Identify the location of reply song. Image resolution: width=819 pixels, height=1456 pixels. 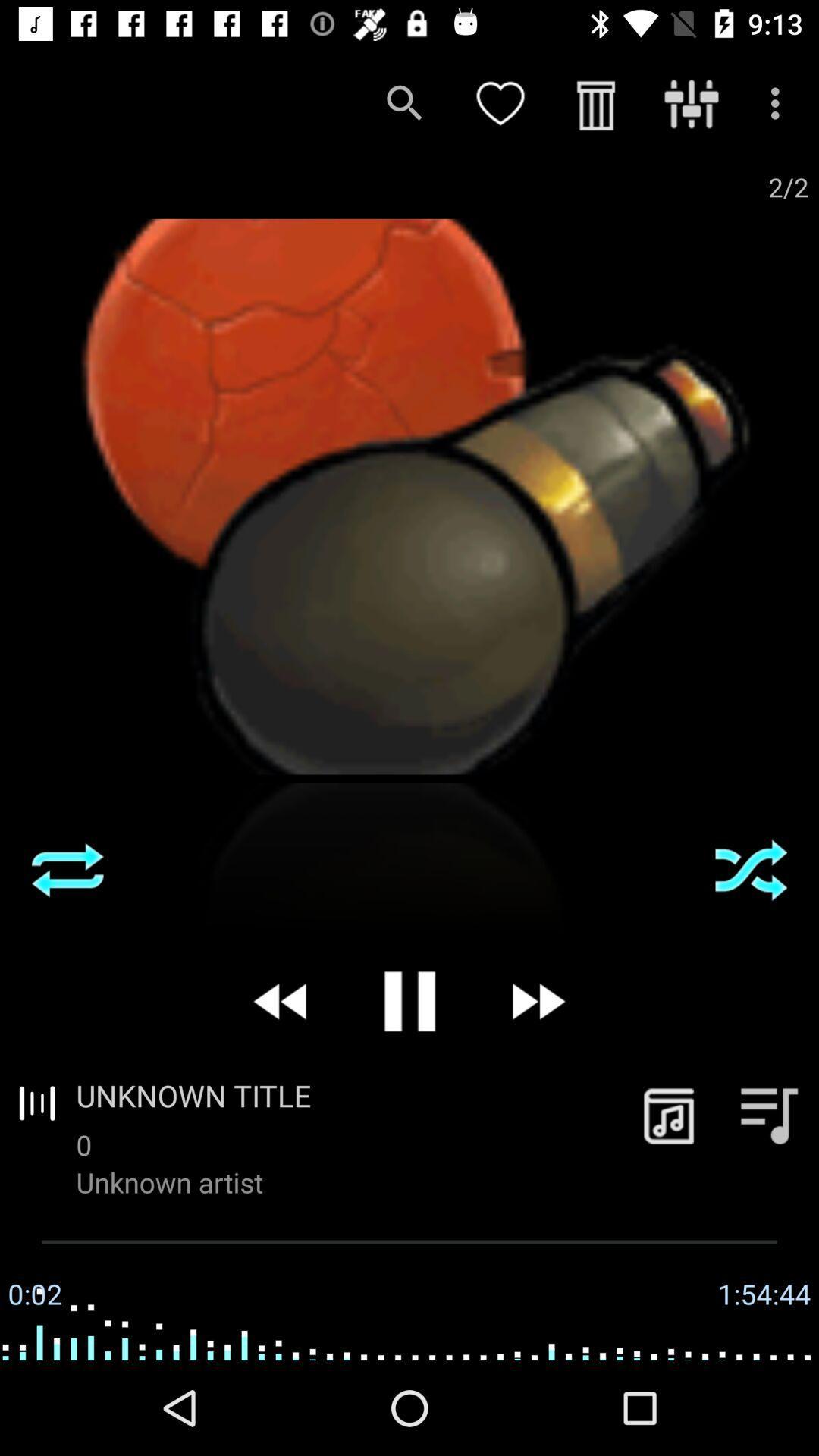
(67, 870).